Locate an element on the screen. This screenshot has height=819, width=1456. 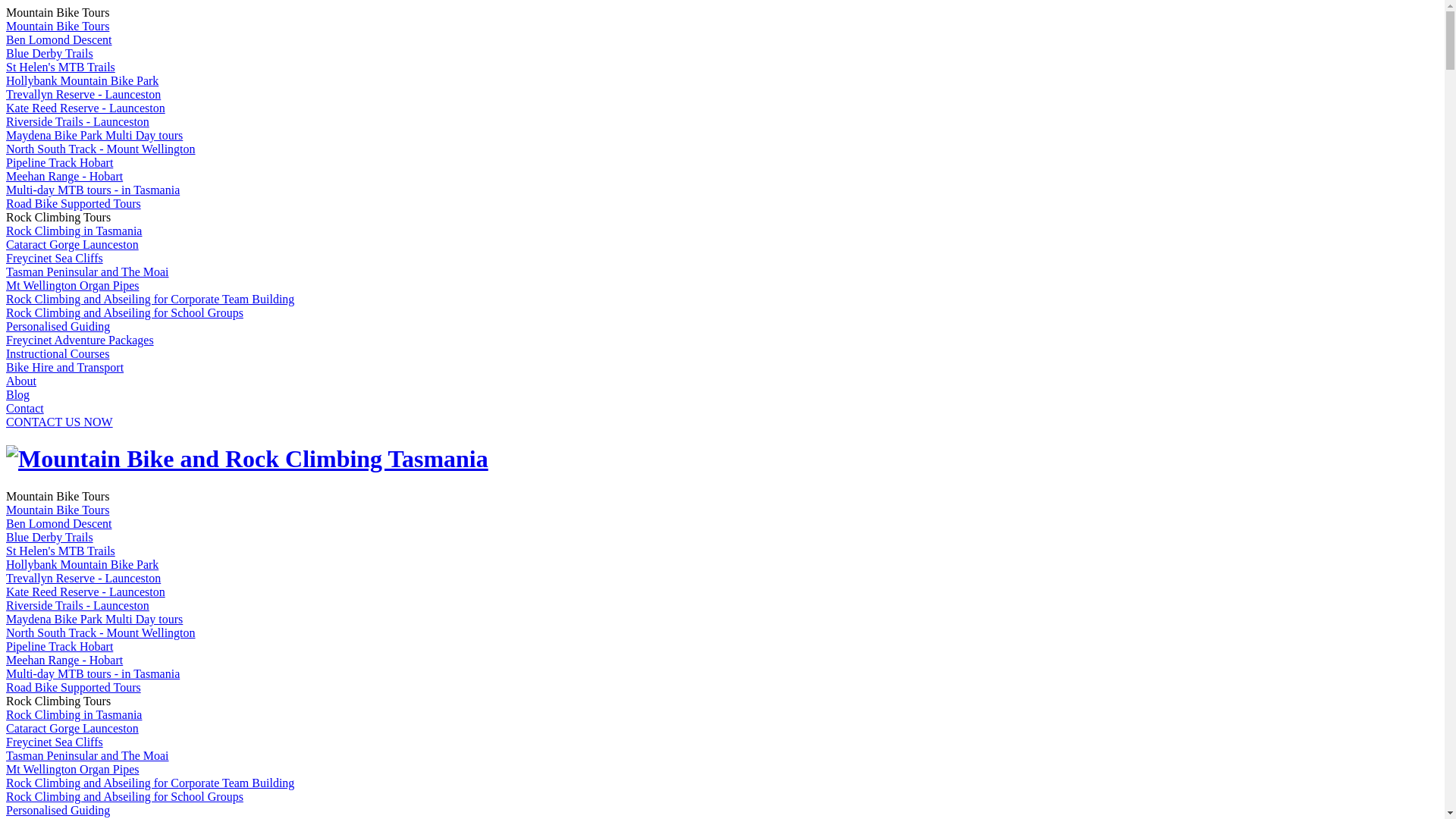
'Kate Reed Reserve - Launceston' is located at coordinates (85, 591).